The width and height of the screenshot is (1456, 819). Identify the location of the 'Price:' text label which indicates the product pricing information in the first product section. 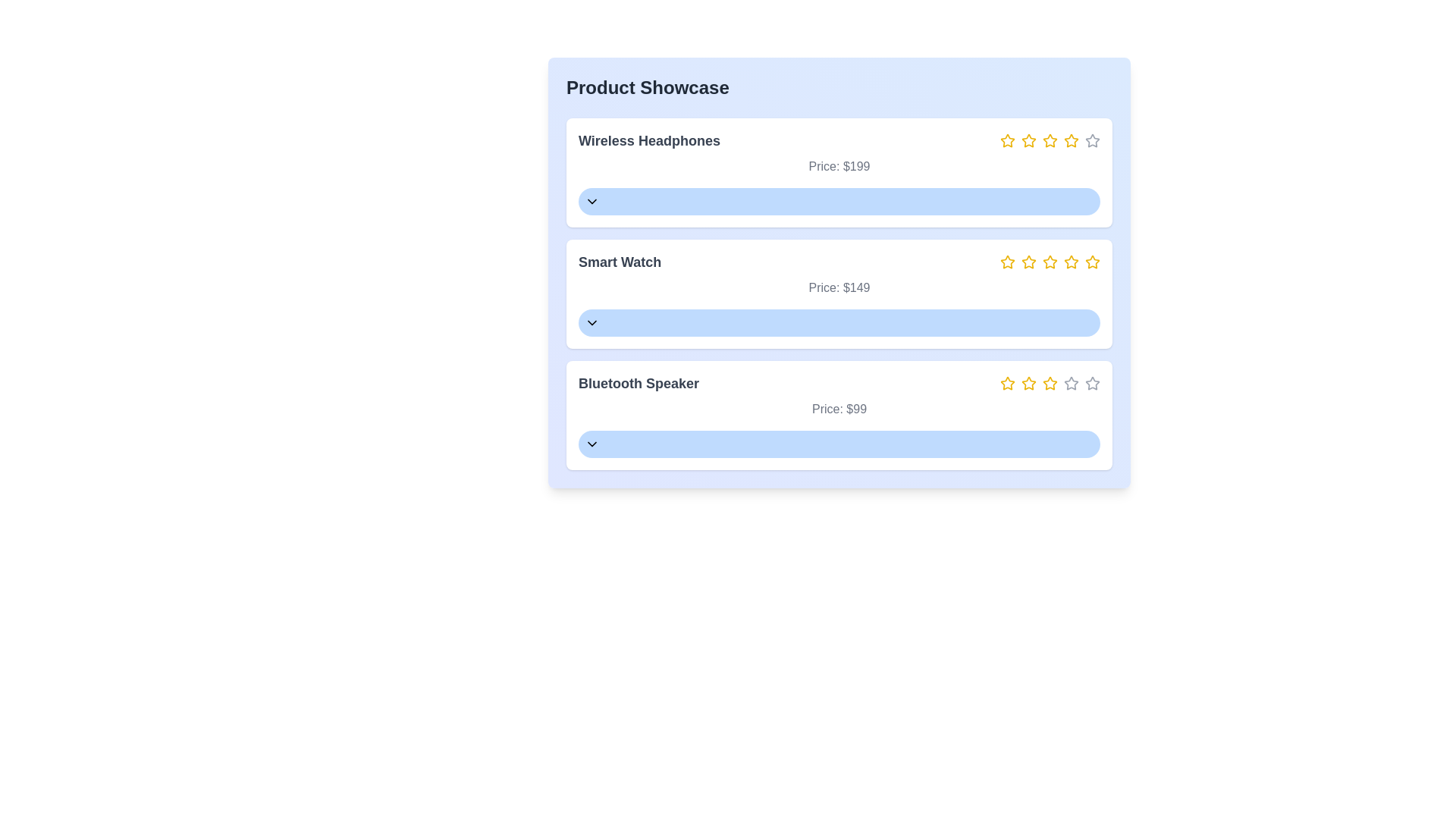
(823, 166).